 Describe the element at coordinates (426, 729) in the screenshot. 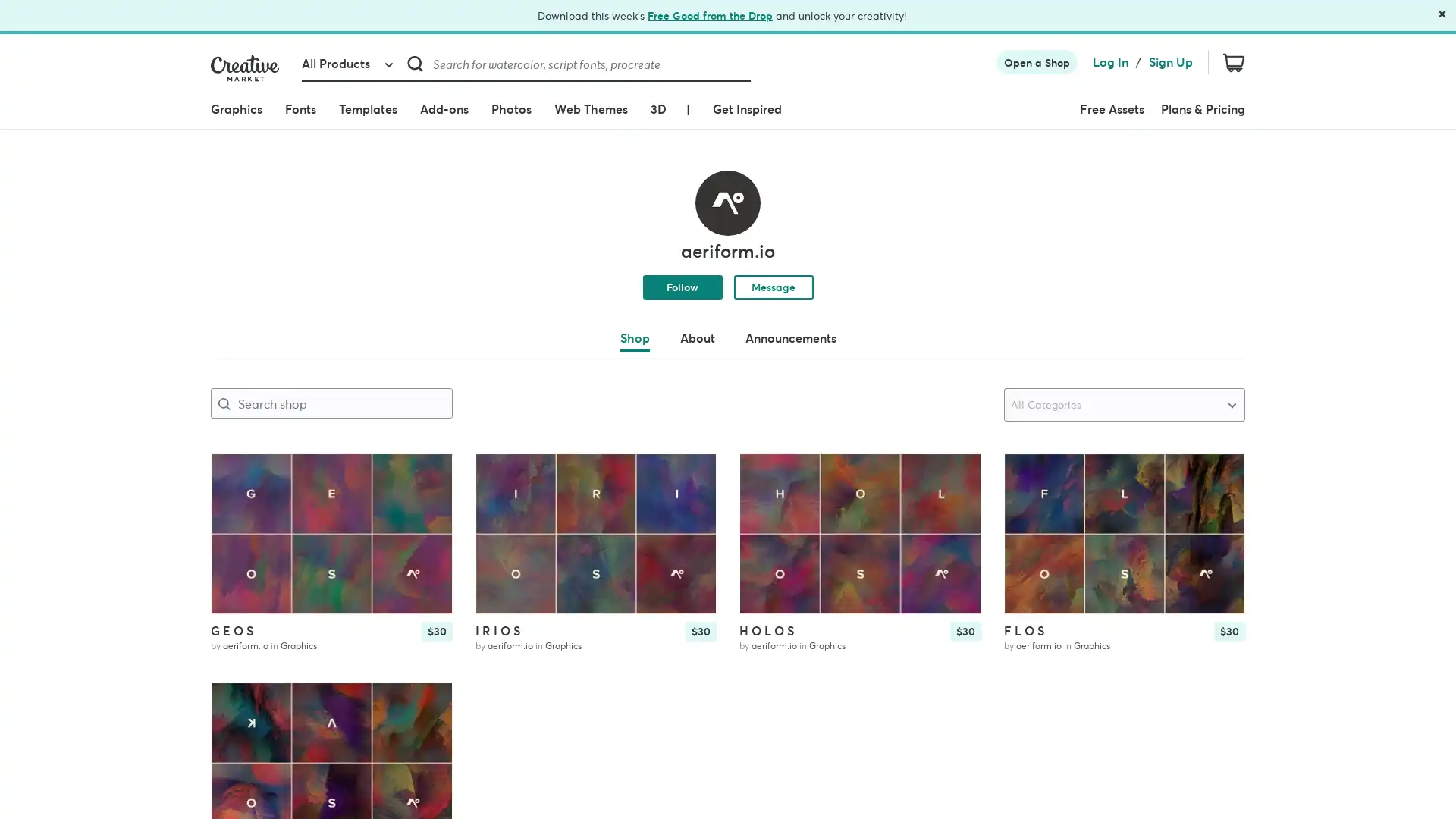

I see `Save` at that location.